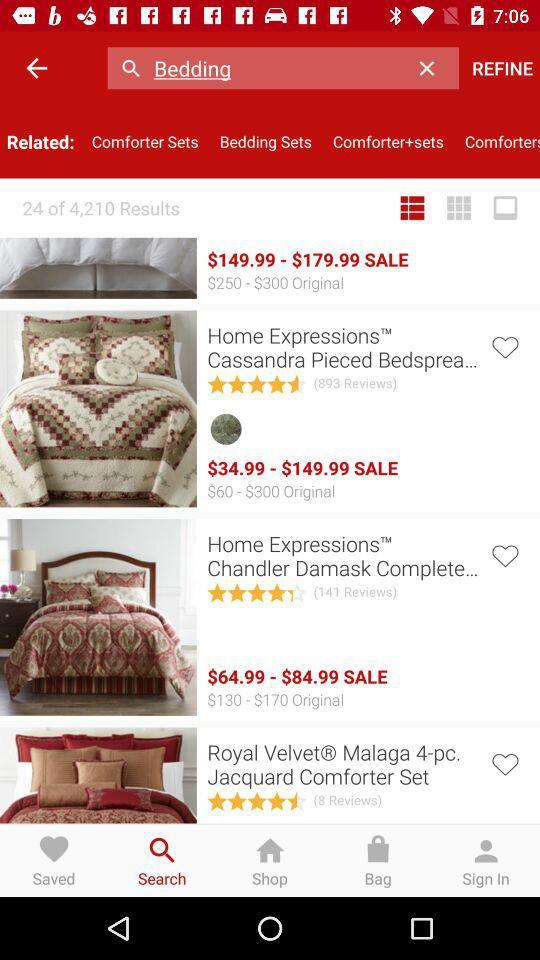 The width and height of the screenshot is (540, 960). I want to click on item, so click(503, 761).